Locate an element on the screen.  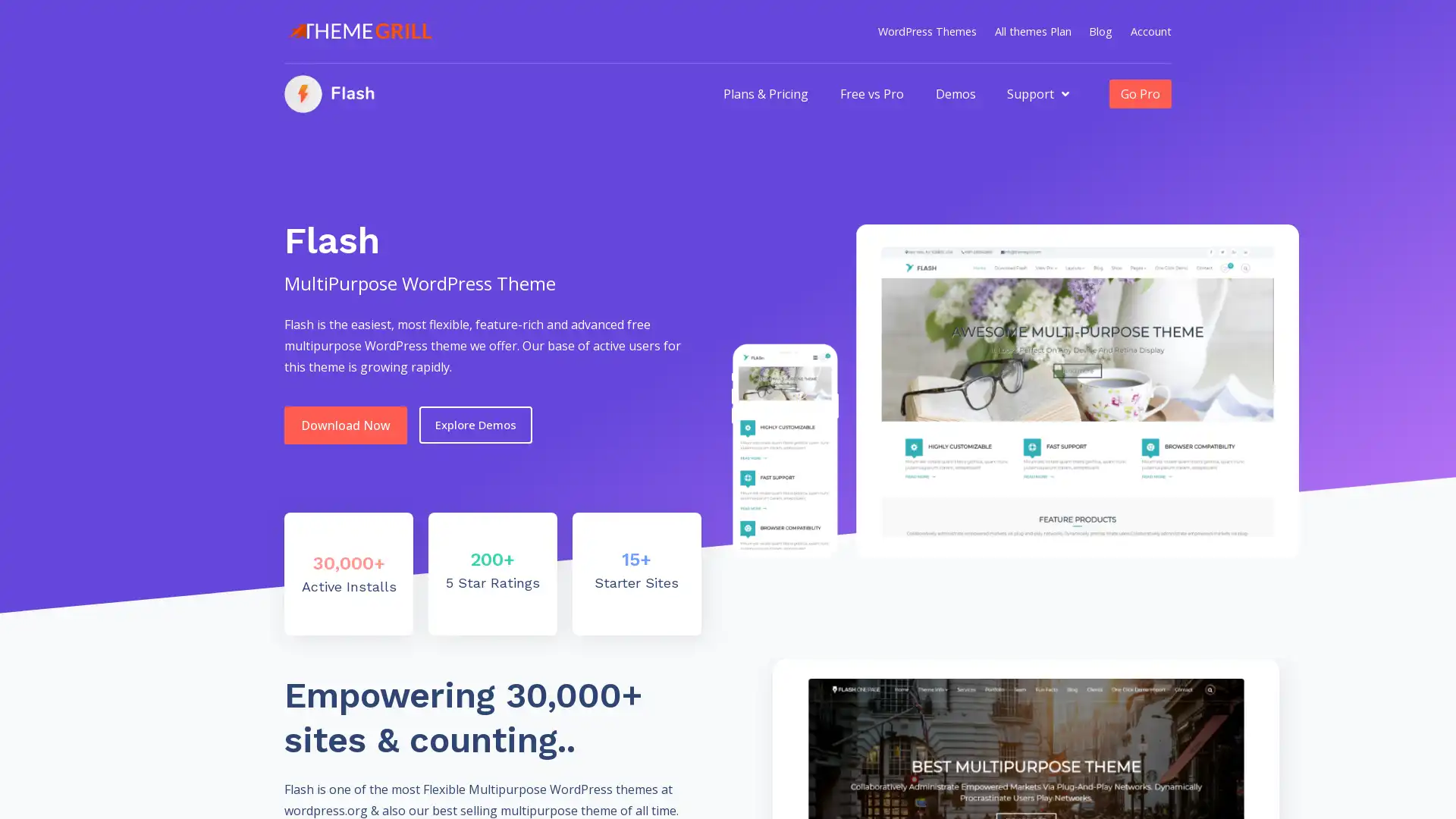
Questions? Chat with us! Support is online. Chat with ThemeGrill Team is located at coordinates (1414, 780).